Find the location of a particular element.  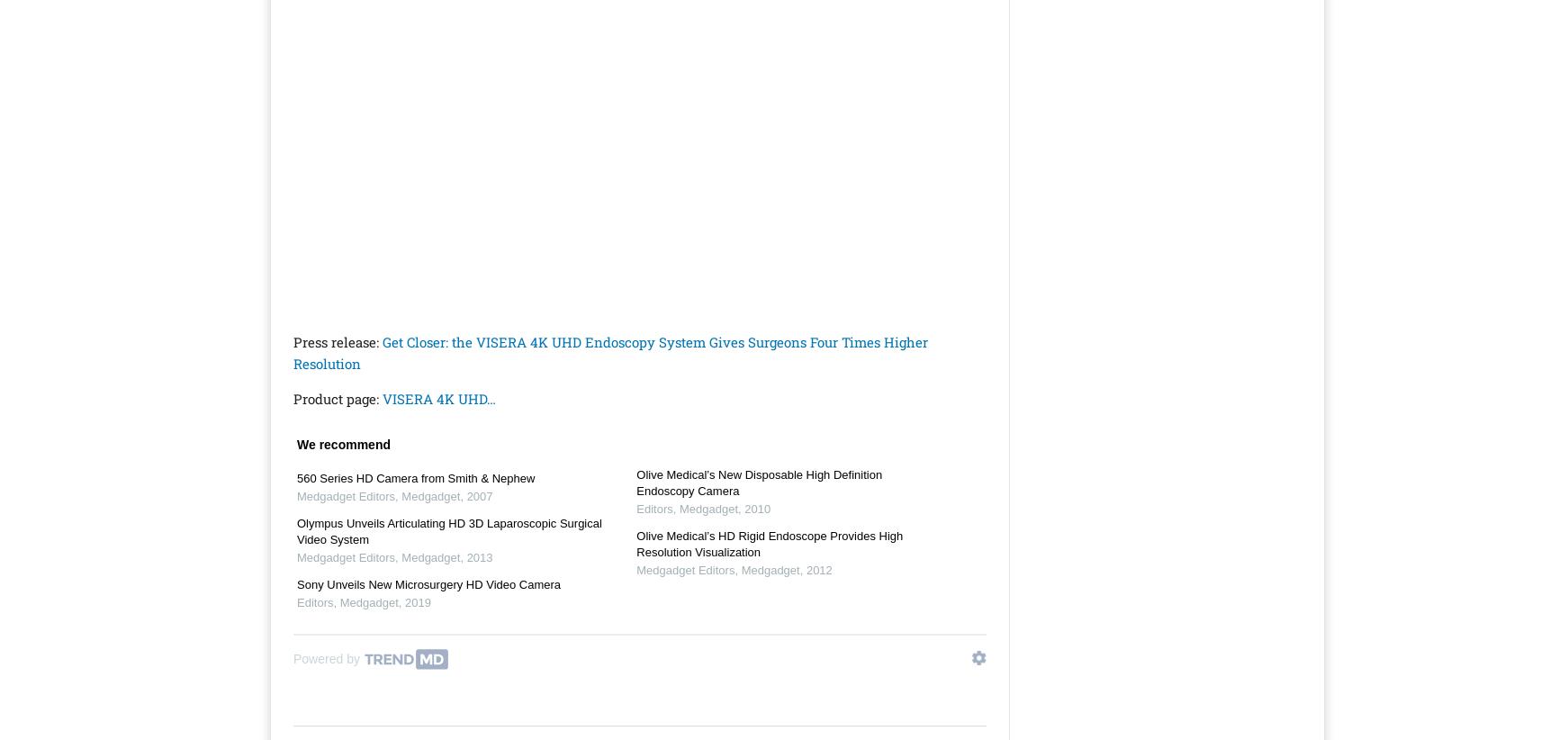

'VISERA 4K UHD…' is located at coordinates (438, 397).